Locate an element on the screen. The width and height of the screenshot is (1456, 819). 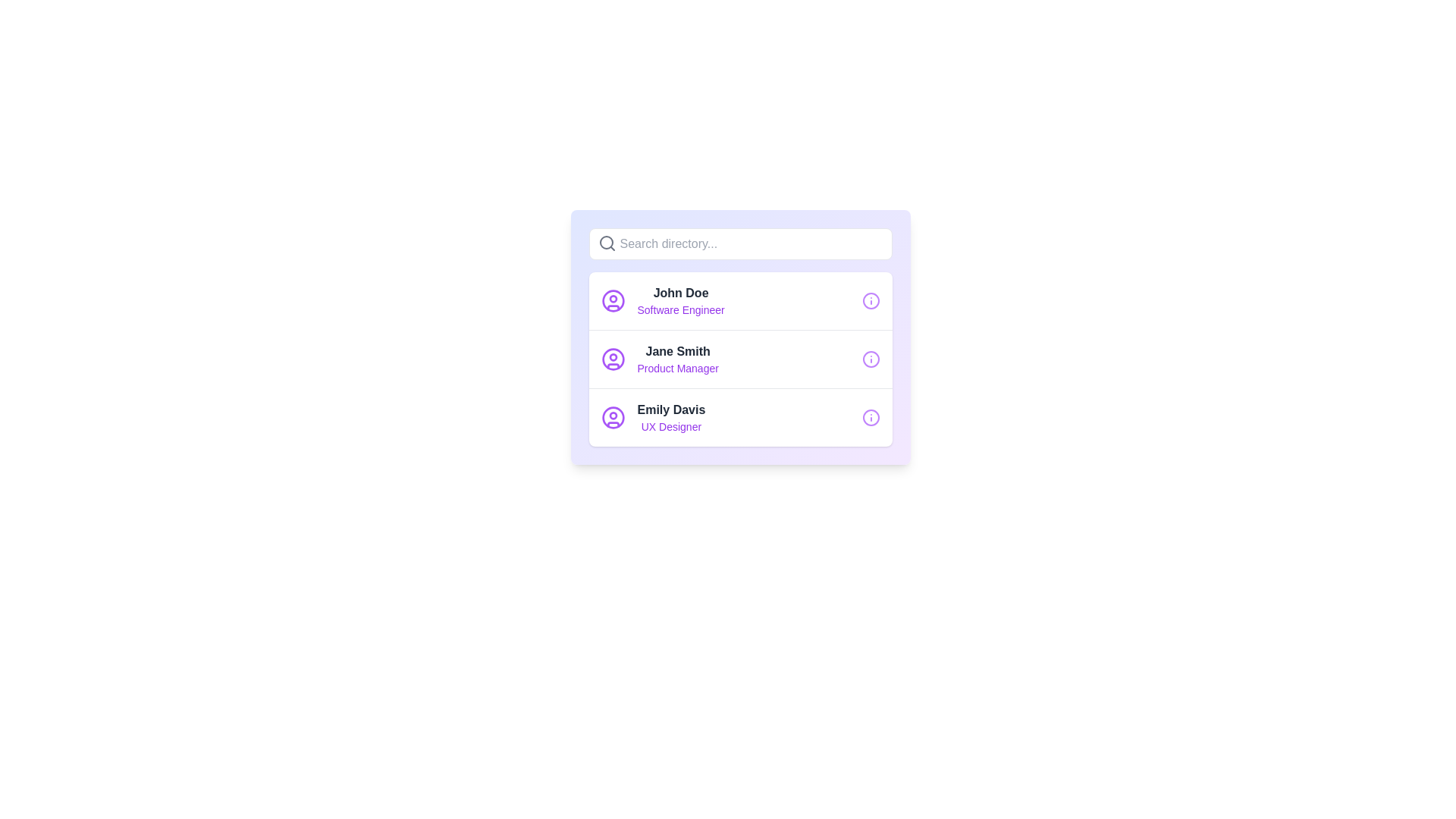
the icon representing 'Jane Smith' is located at coordinates (613, 359).